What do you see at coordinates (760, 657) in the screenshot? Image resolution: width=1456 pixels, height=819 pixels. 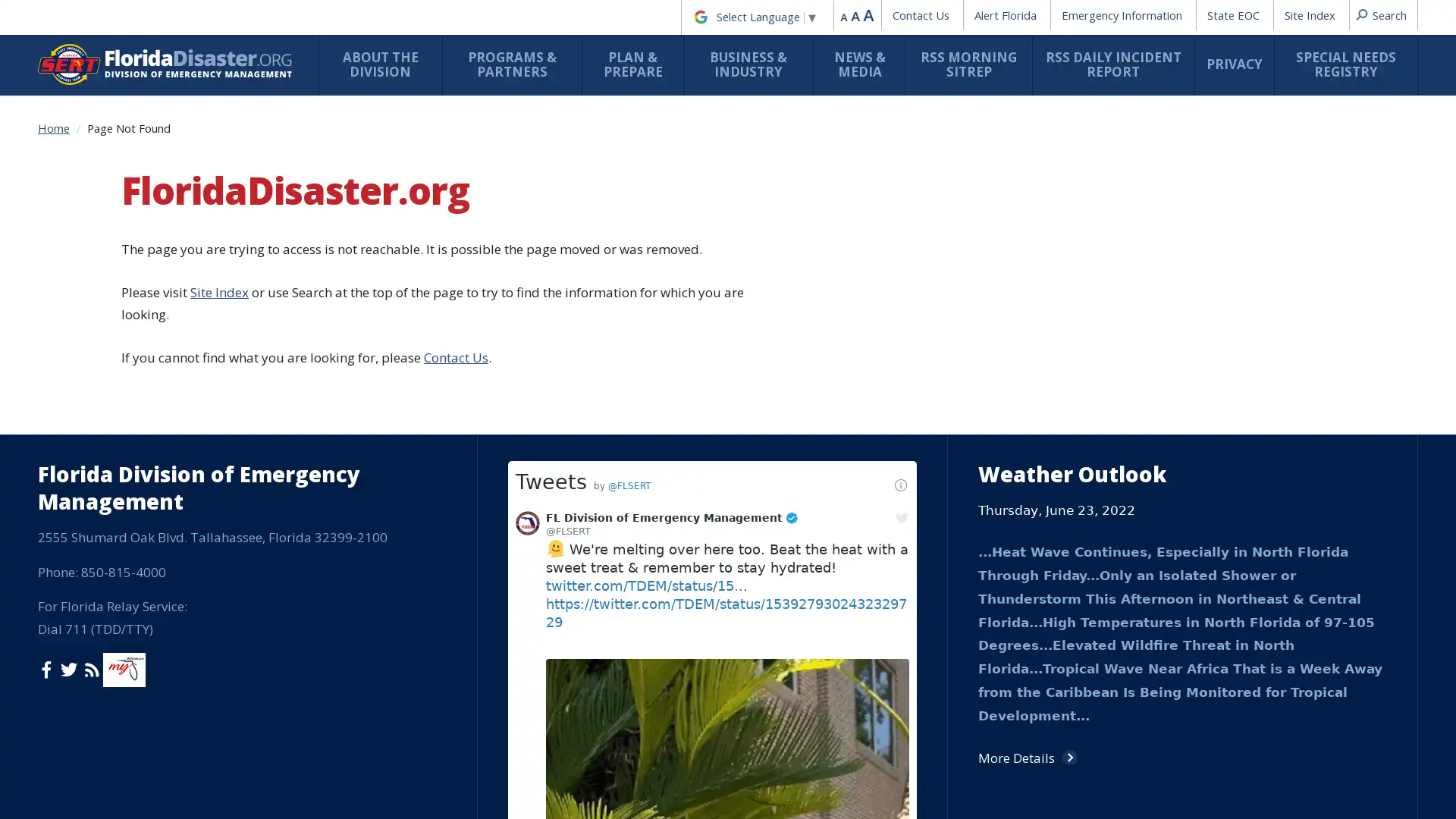 I see `Toggle More` at bounding box center [760, 657].